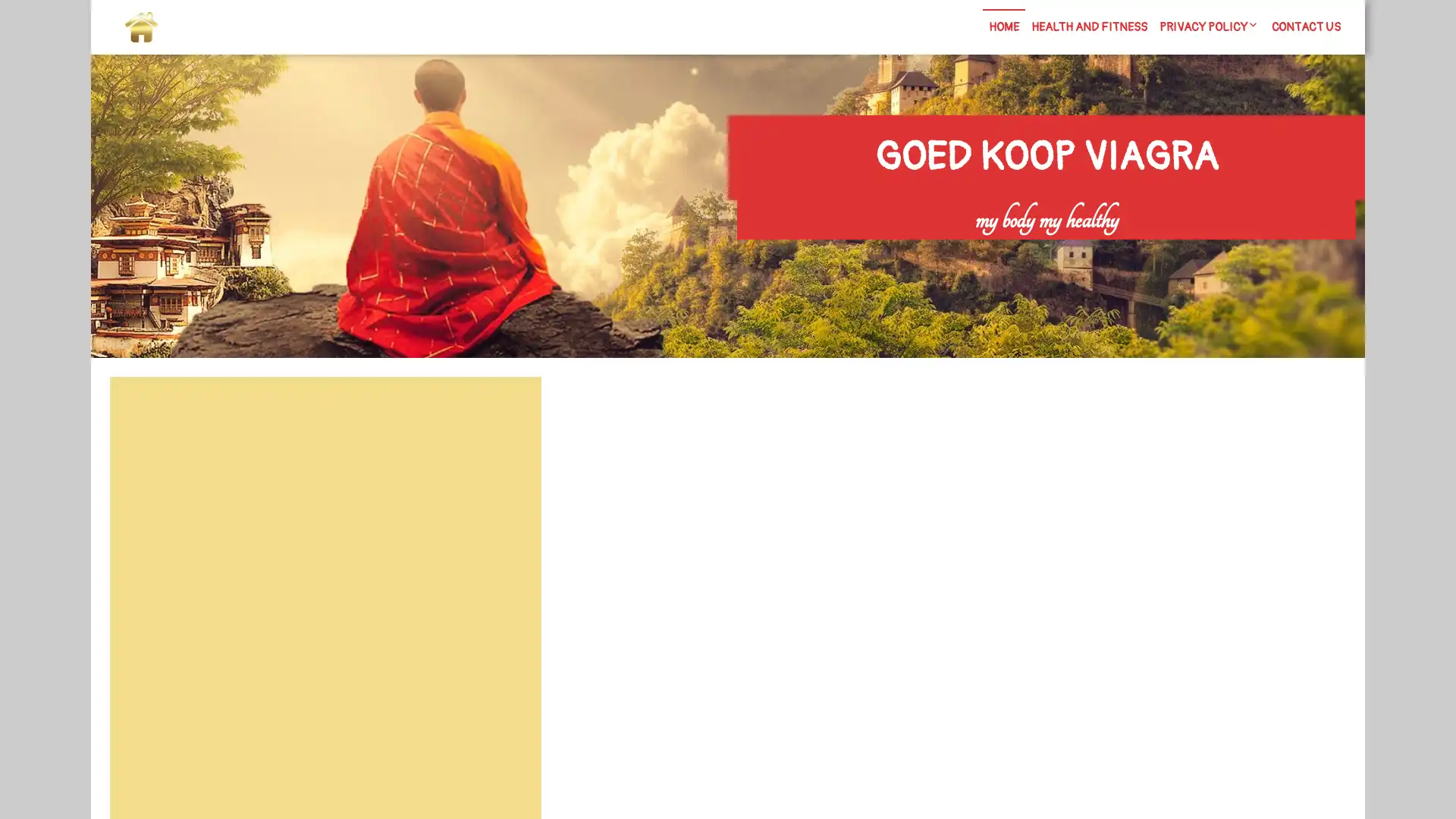 This screenshot has width=1456, height=819. Describe the element at coordinates (506, 413) in the screenshot. I see `Search` at that location.